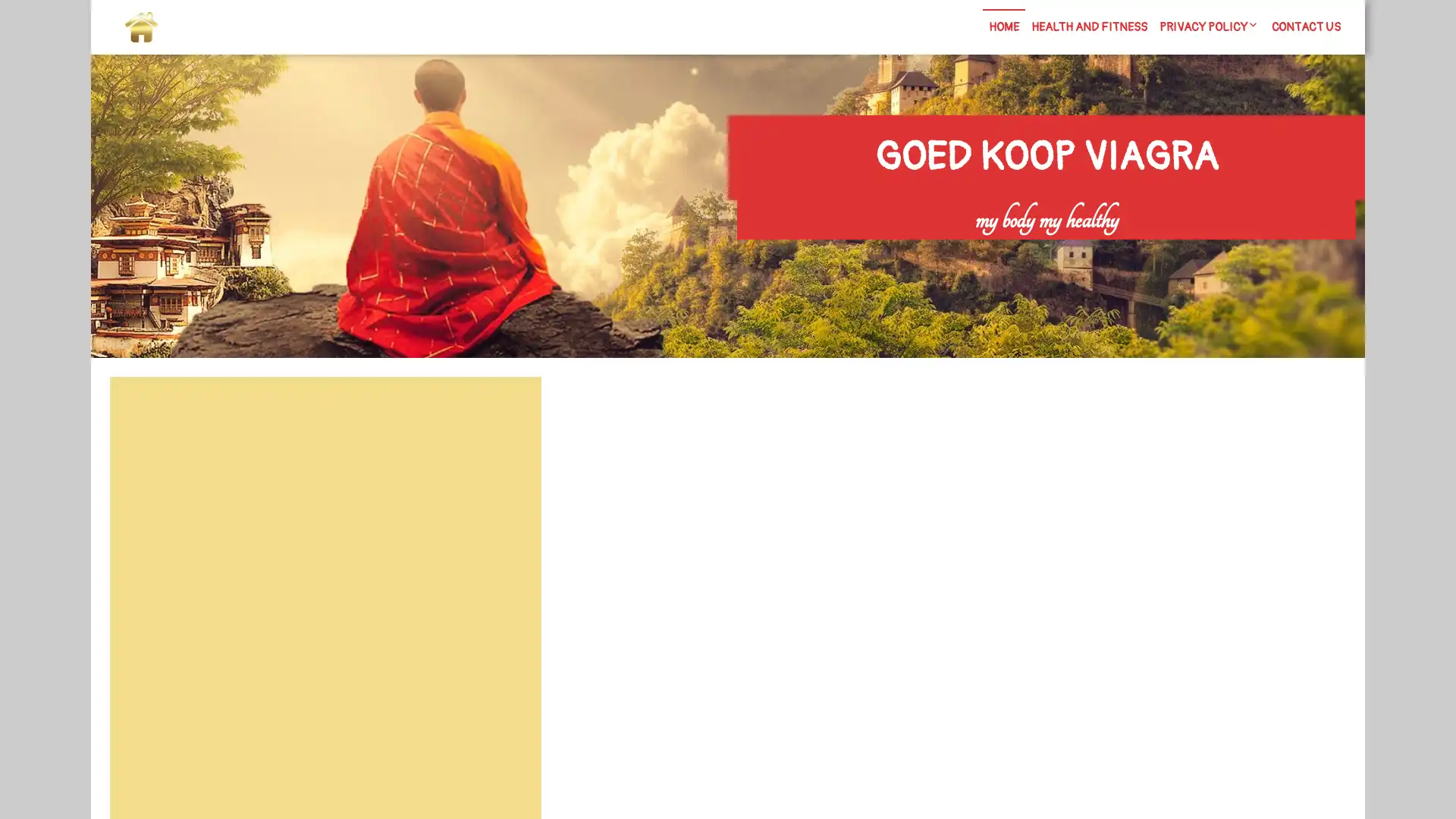 This screenshot has width=1456, height=819. Describe the element at coordinates (506, 413) in the screenshot. I see `Search` at that location.